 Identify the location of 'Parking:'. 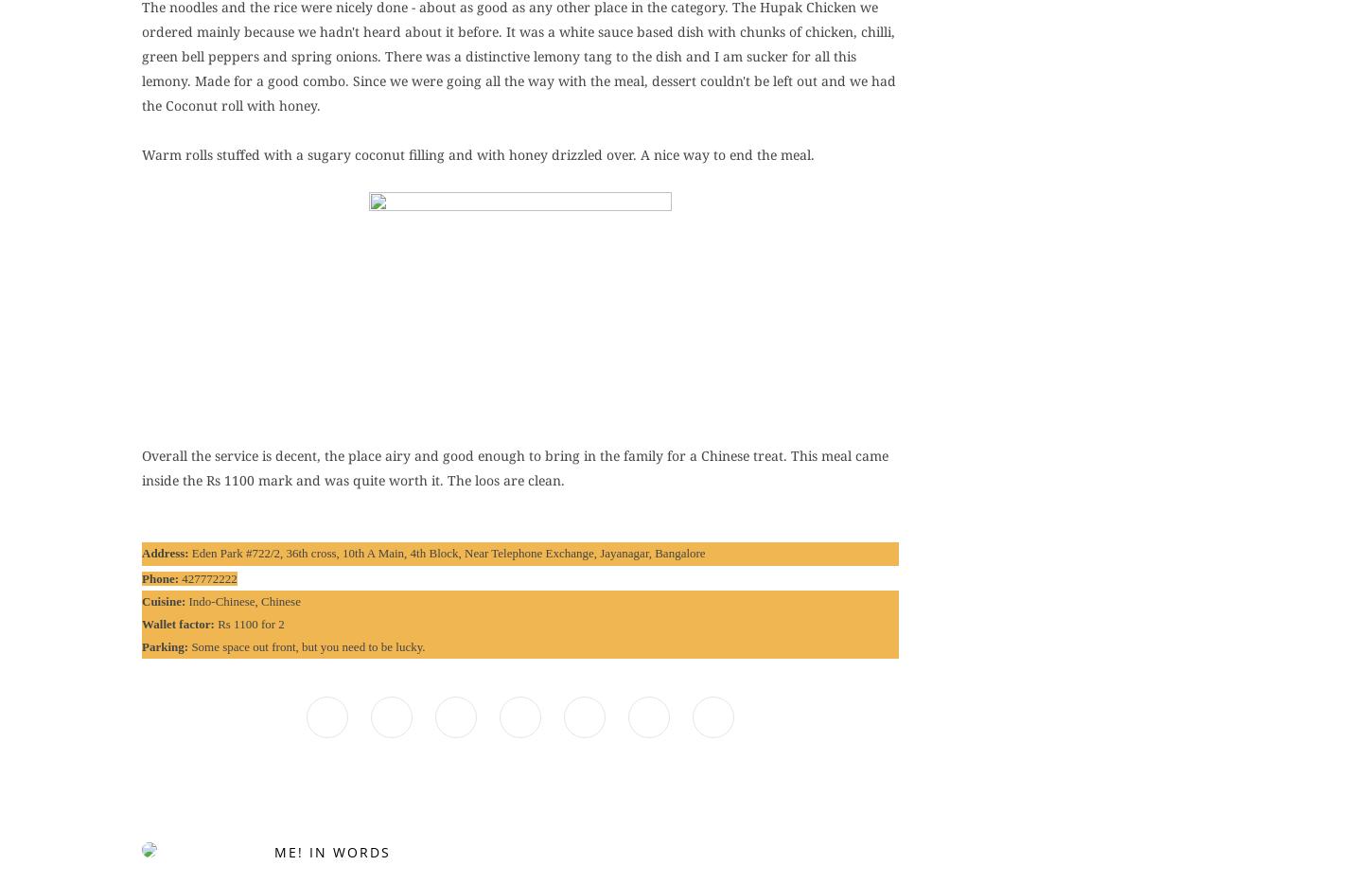
(166, 646).